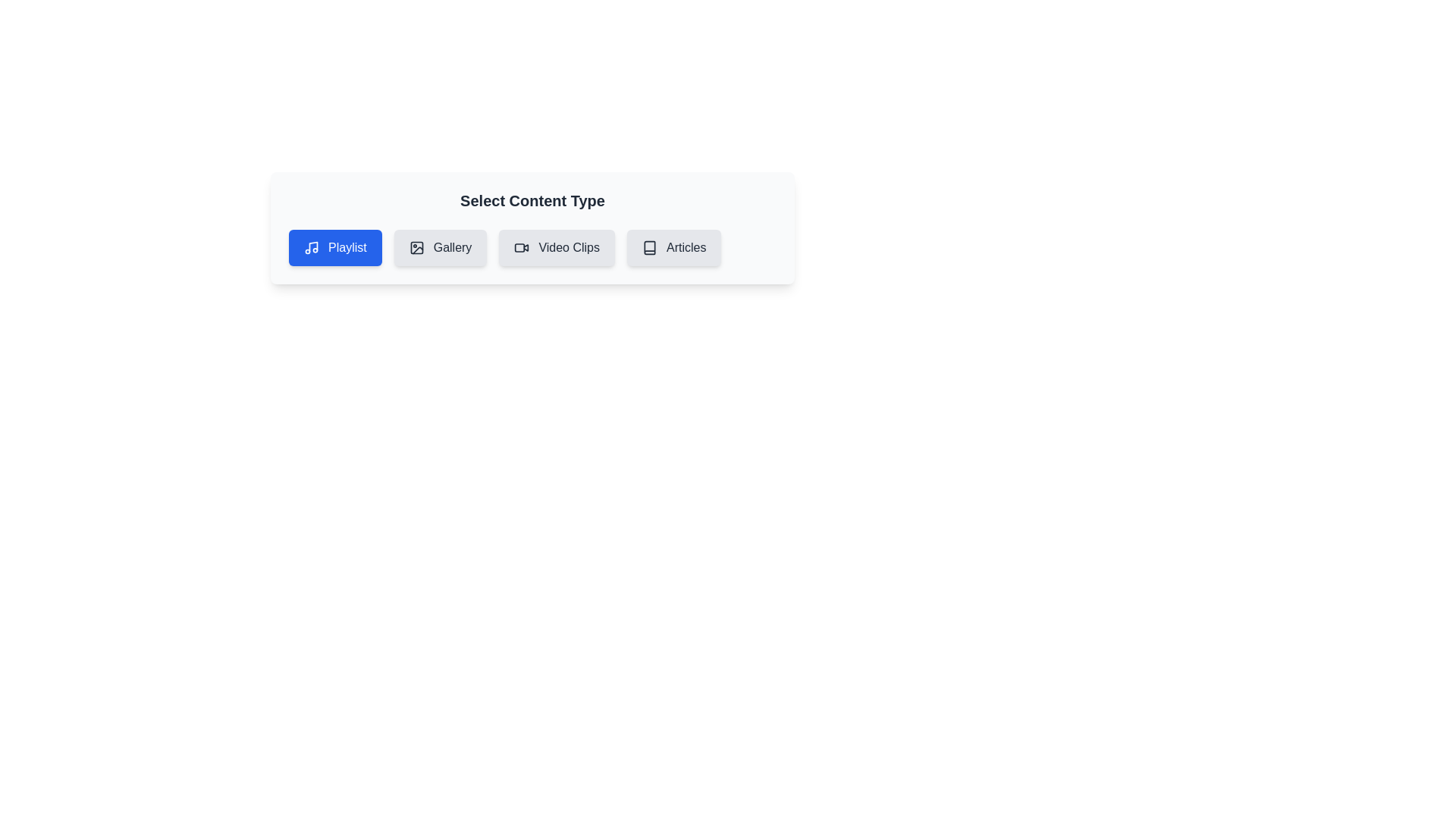 Image resolution: width=1456 pixels, height=819 pixels. Describe the element at coordinates (439, 247) in the screenshot. I see `the chip labeled Gallery to select it` at that location.